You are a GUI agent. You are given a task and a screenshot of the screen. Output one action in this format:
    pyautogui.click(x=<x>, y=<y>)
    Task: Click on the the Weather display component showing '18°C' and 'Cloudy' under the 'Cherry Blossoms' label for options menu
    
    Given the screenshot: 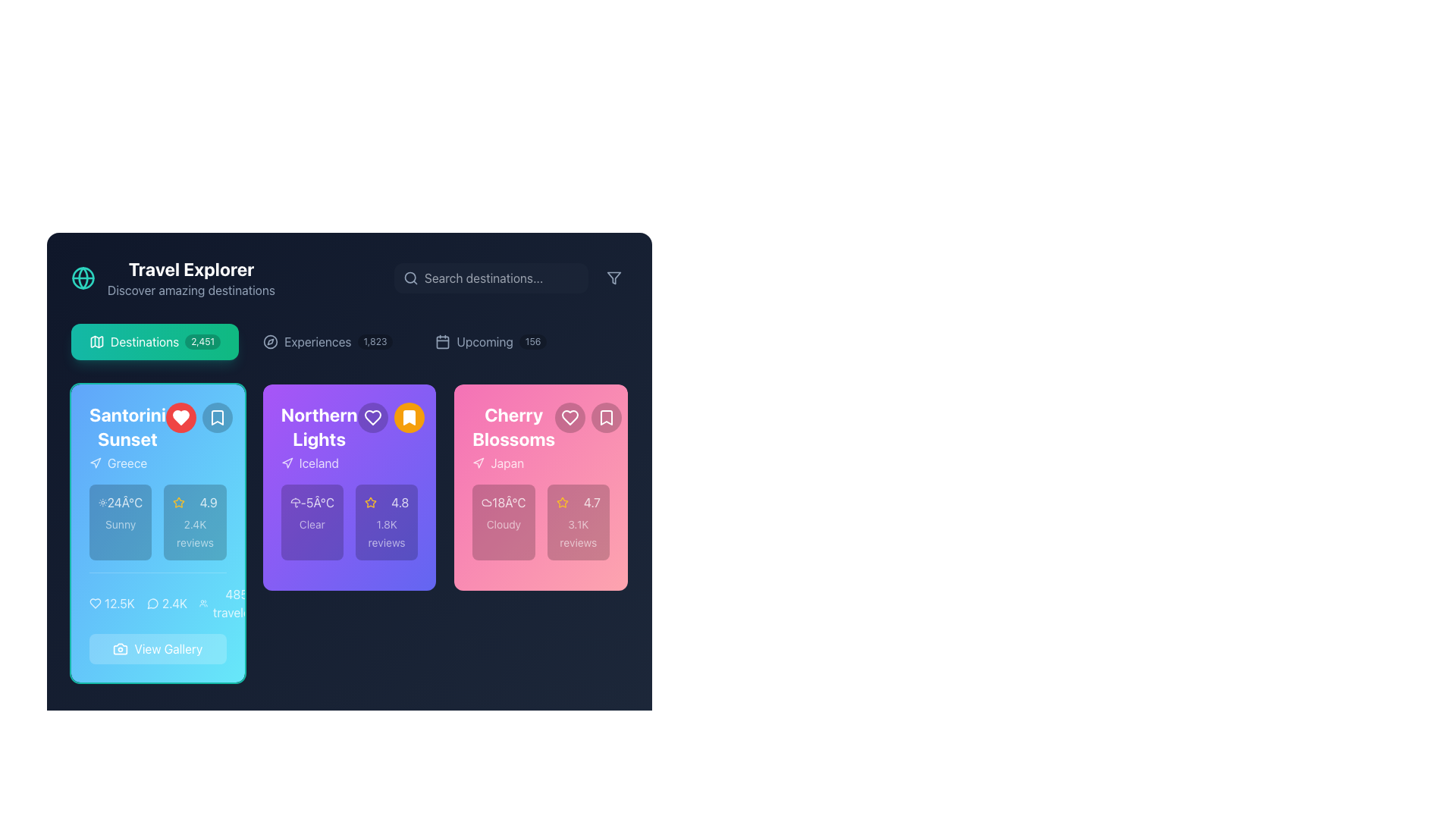 What is the action you would take?
    pyautogui.click(x=504, y=522)
    